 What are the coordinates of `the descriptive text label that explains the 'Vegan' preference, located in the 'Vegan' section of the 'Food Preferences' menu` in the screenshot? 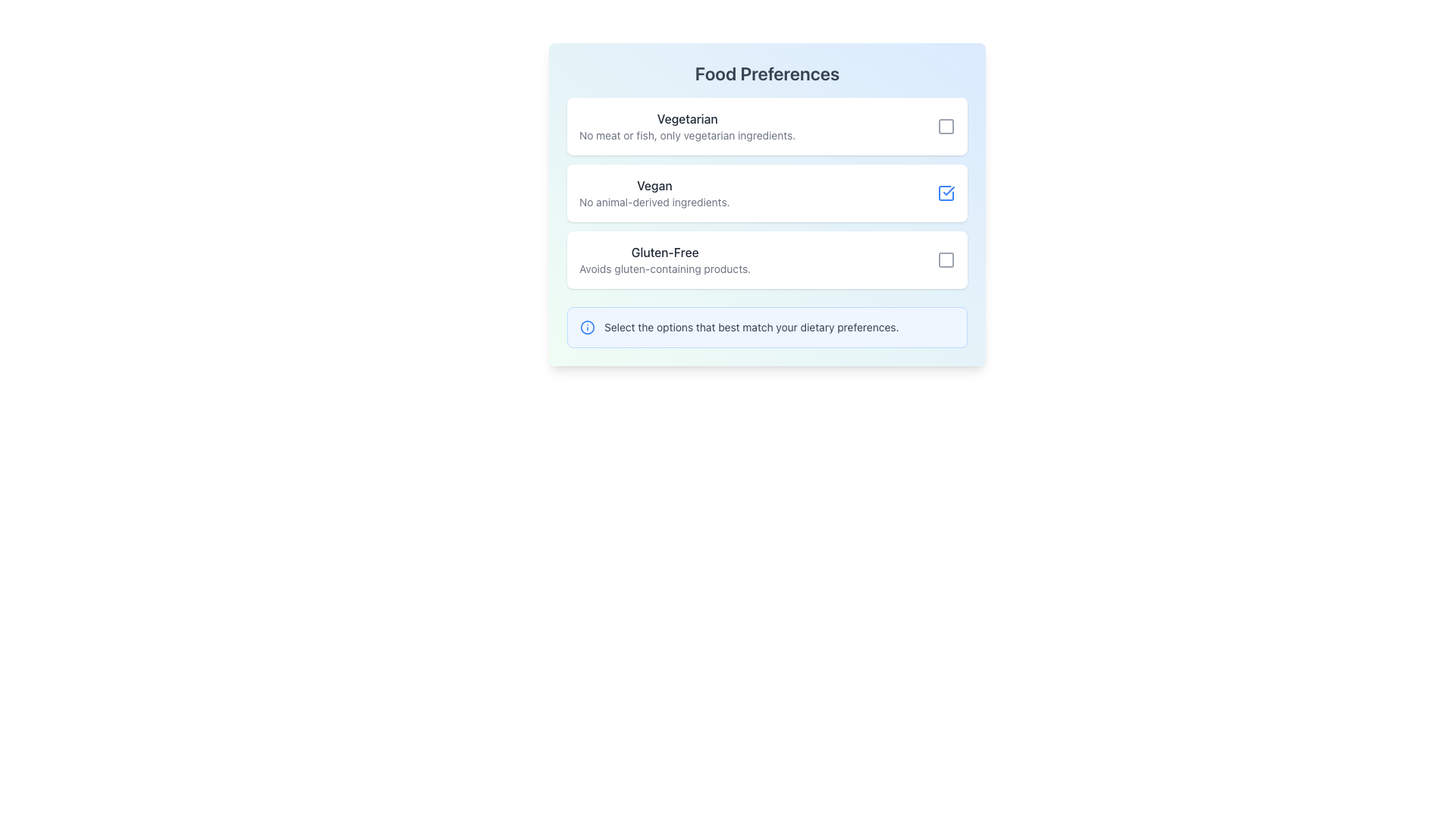 It's located at (654, 201).